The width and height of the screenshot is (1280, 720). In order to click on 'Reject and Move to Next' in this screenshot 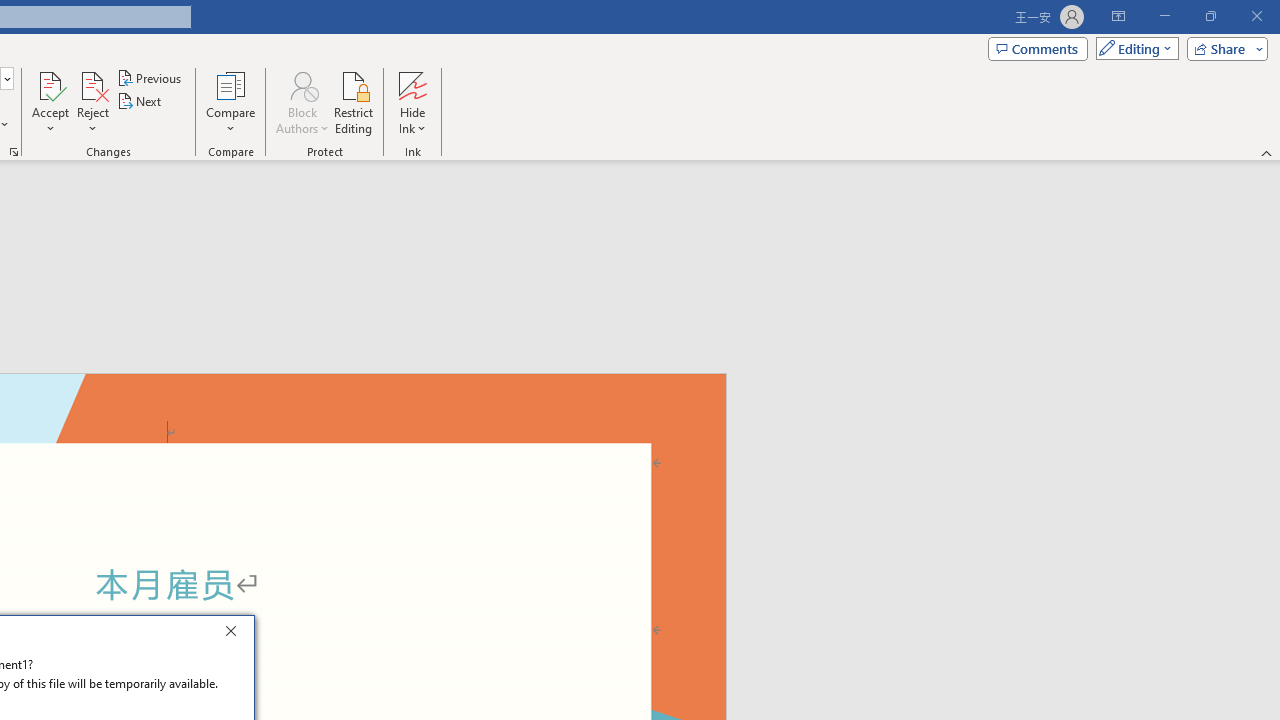, I will do `click(91, 84)`.